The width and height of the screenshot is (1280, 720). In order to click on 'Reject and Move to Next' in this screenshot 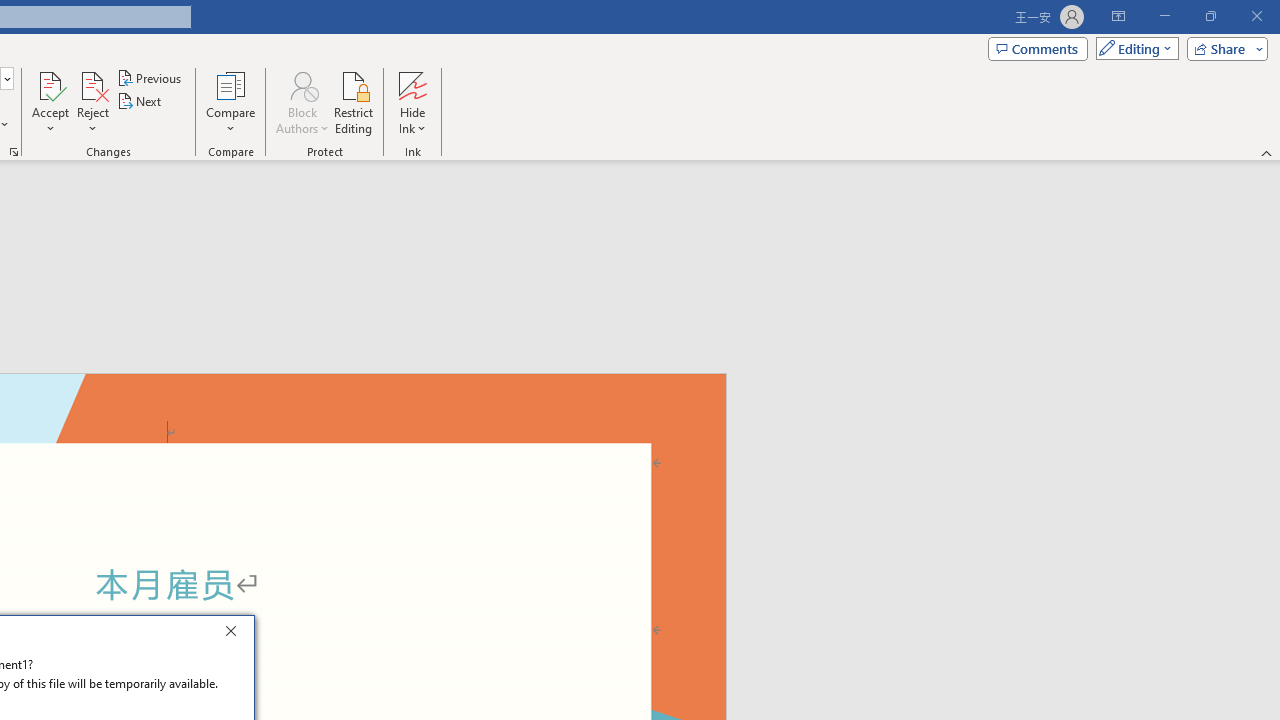, I will do `click(91, 84)`.